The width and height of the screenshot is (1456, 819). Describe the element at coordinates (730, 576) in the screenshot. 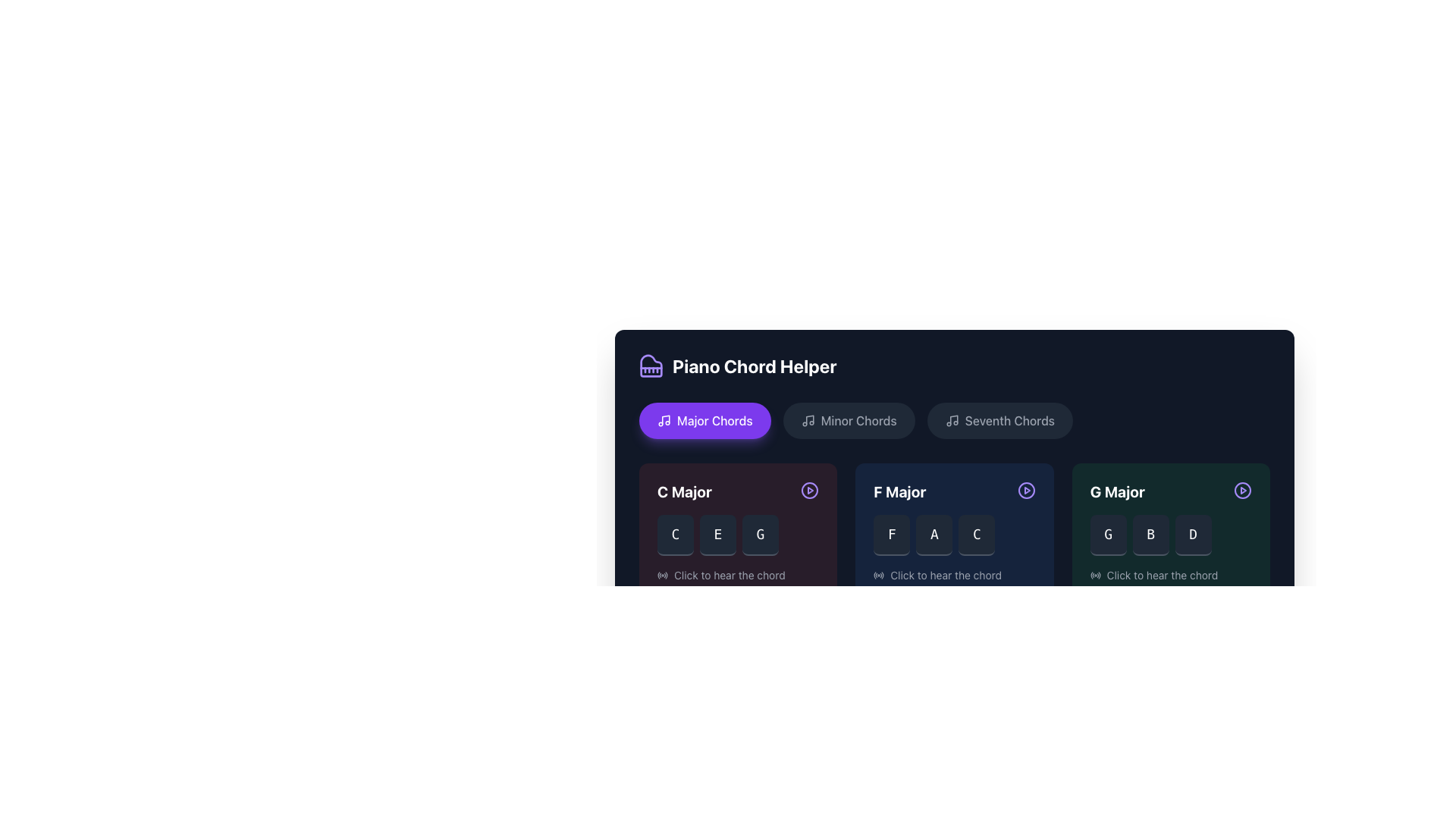

I see `the text label that instructs 'Click to hear the chord', which is associated with the 'C Major' chord section, positioned below the keys' representation` at that location.